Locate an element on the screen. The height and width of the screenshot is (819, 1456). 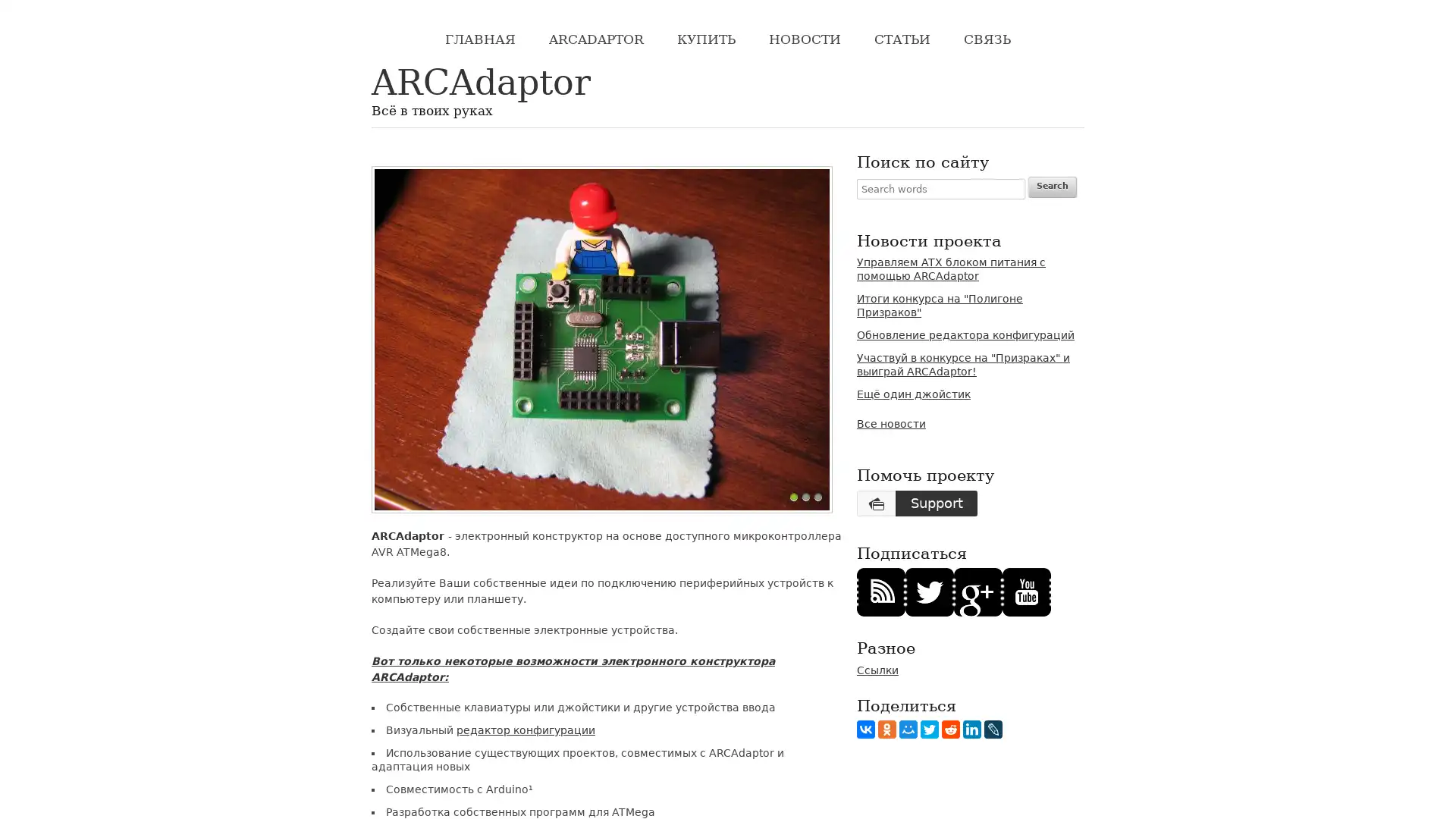
Search is located at coordinates (1051, 186).